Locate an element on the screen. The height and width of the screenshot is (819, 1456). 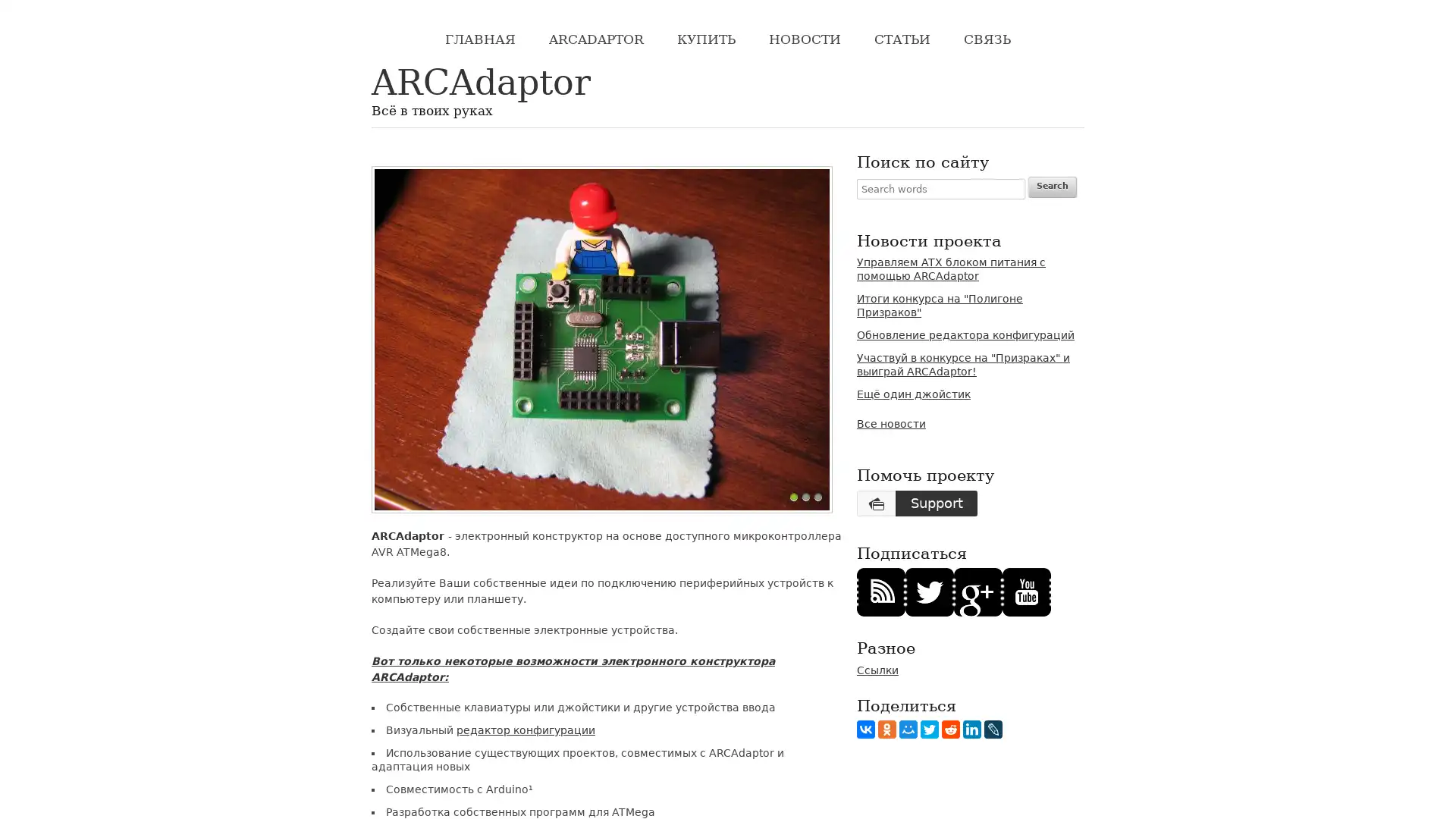
Search is located at coordinates (1051, 186).